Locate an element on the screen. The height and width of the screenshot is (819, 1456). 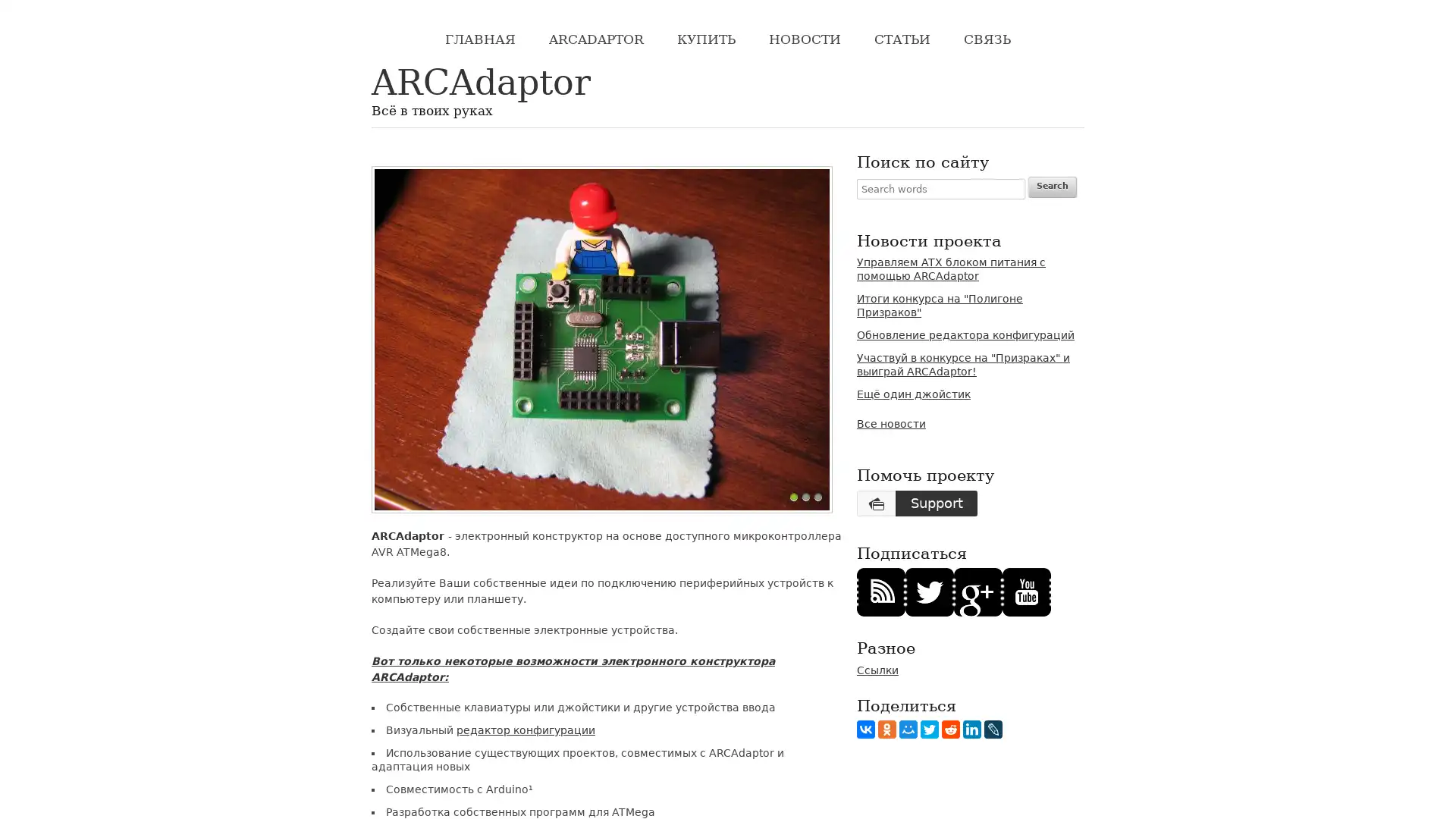
Search is located at coordinates (1051, 186).